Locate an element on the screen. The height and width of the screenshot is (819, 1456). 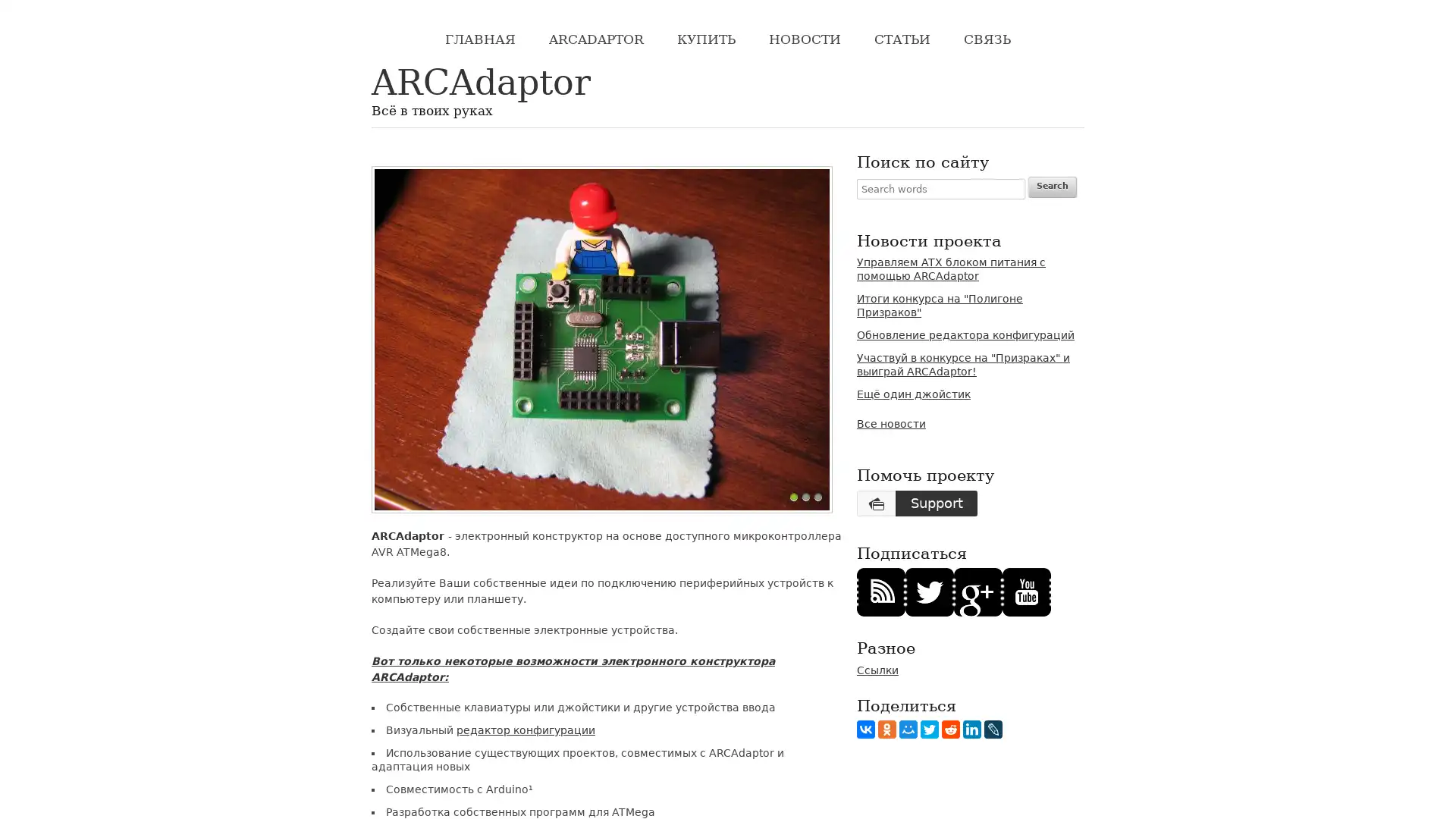
Search is located at coordinates (1051, 186).